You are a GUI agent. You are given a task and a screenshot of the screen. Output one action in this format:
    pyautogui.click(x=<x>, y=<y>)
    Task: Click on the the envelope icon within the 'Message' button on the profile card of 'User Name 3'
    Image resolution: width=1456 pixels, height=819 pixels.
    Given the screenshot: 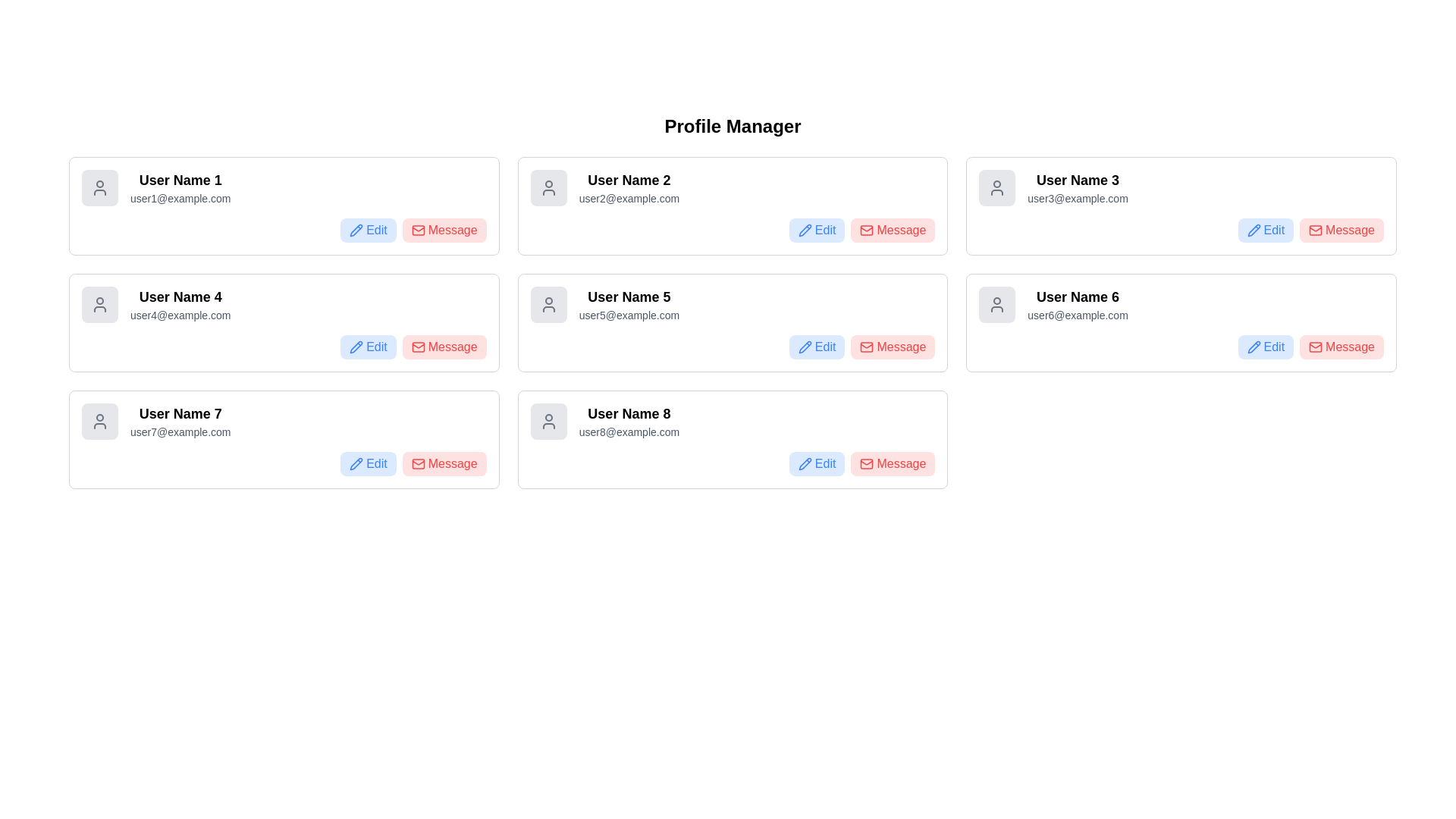 What is the action you would take?
    pyautogui.click(x=1315, y=231)
    